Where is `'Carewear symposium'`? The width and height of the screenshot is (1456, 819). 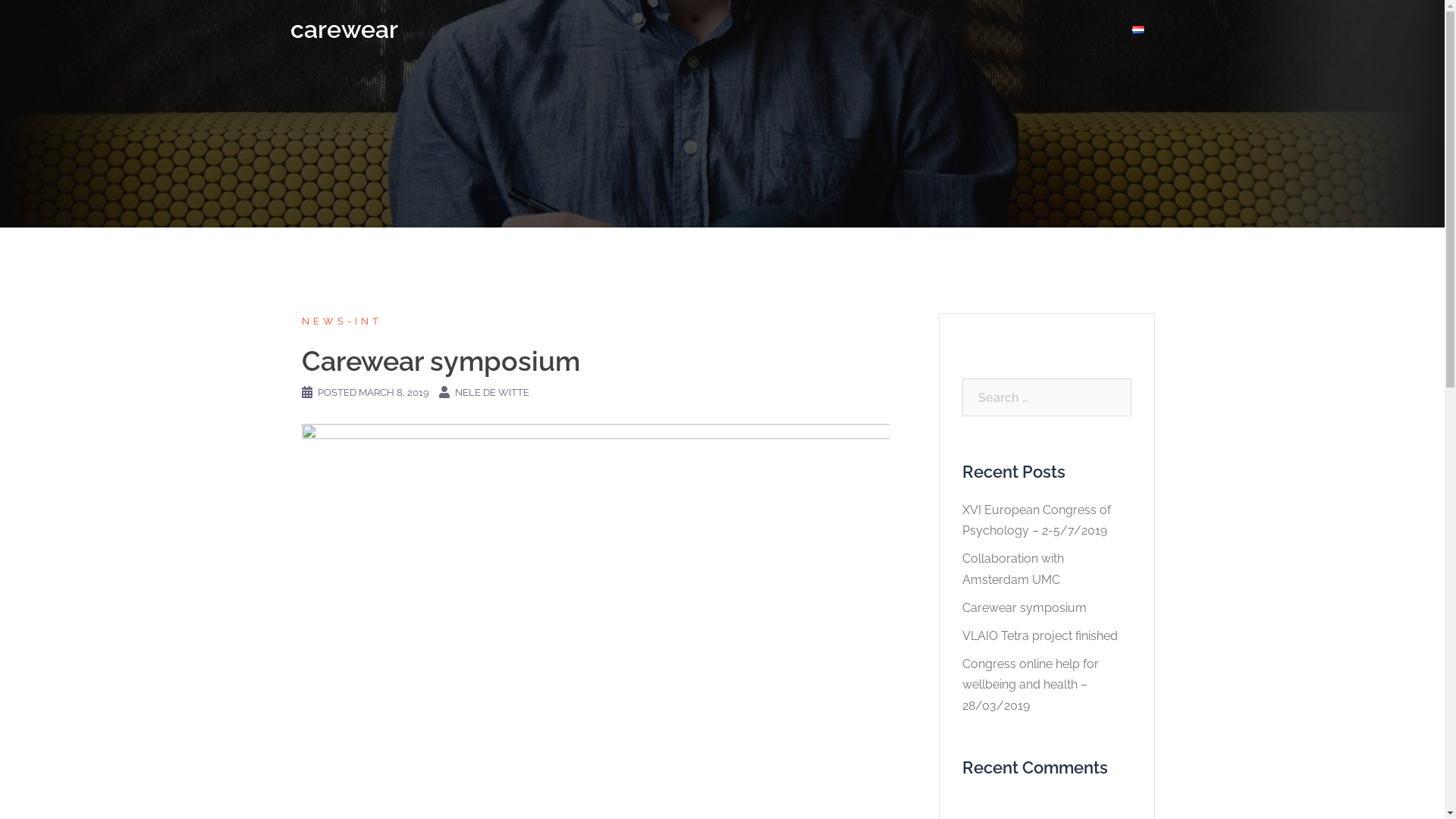
'Carewear symposium' is located at coordinates (1023, 607).